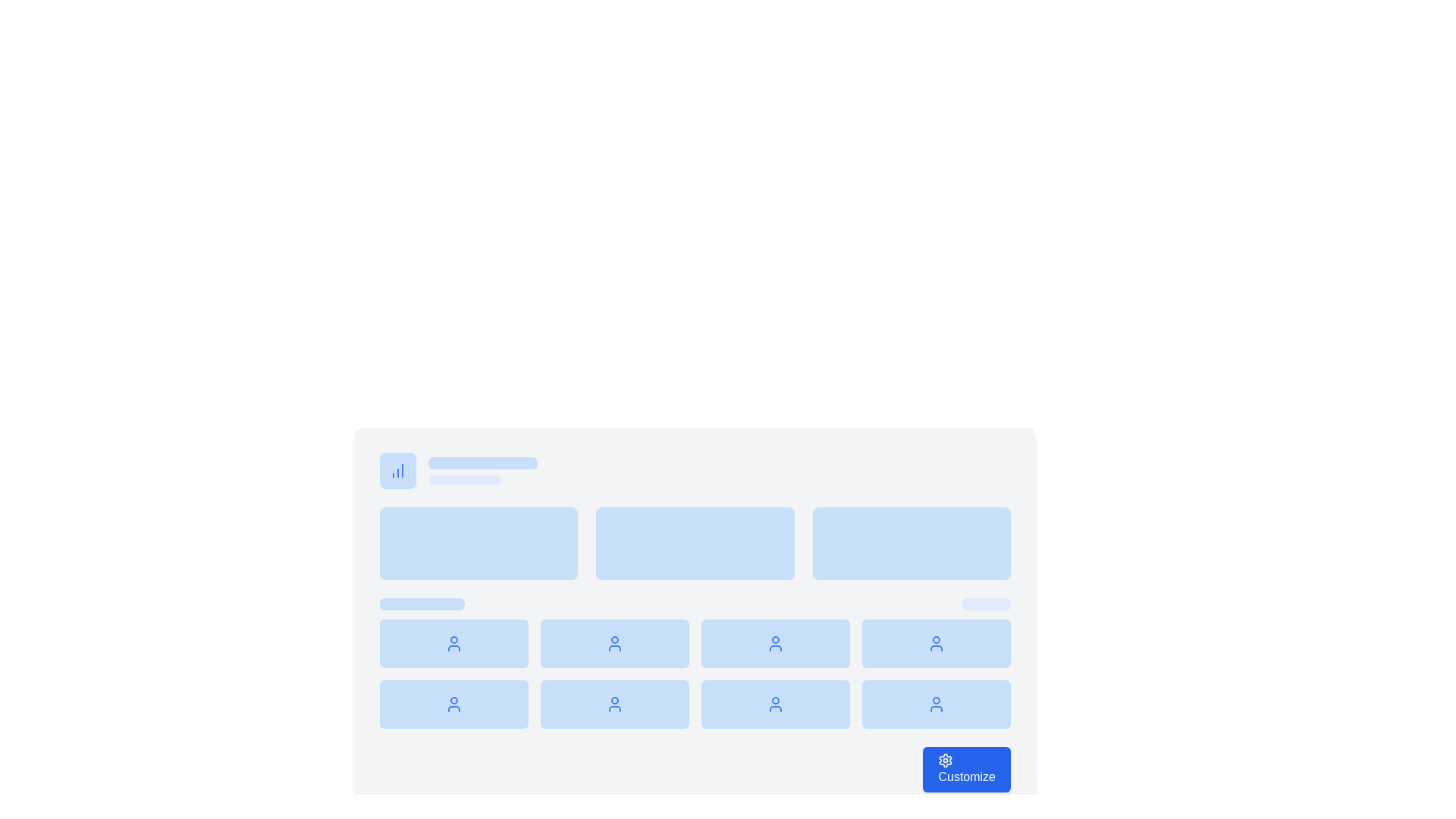 This screenshot has height=819, width=1456. What do you see at coordinates (775, 643) in the screenshot?
I see `the visual card element with a light blue background and user silhouette icon, which is the third card in the first row of the grid layout` at bounding box center [775, 643].